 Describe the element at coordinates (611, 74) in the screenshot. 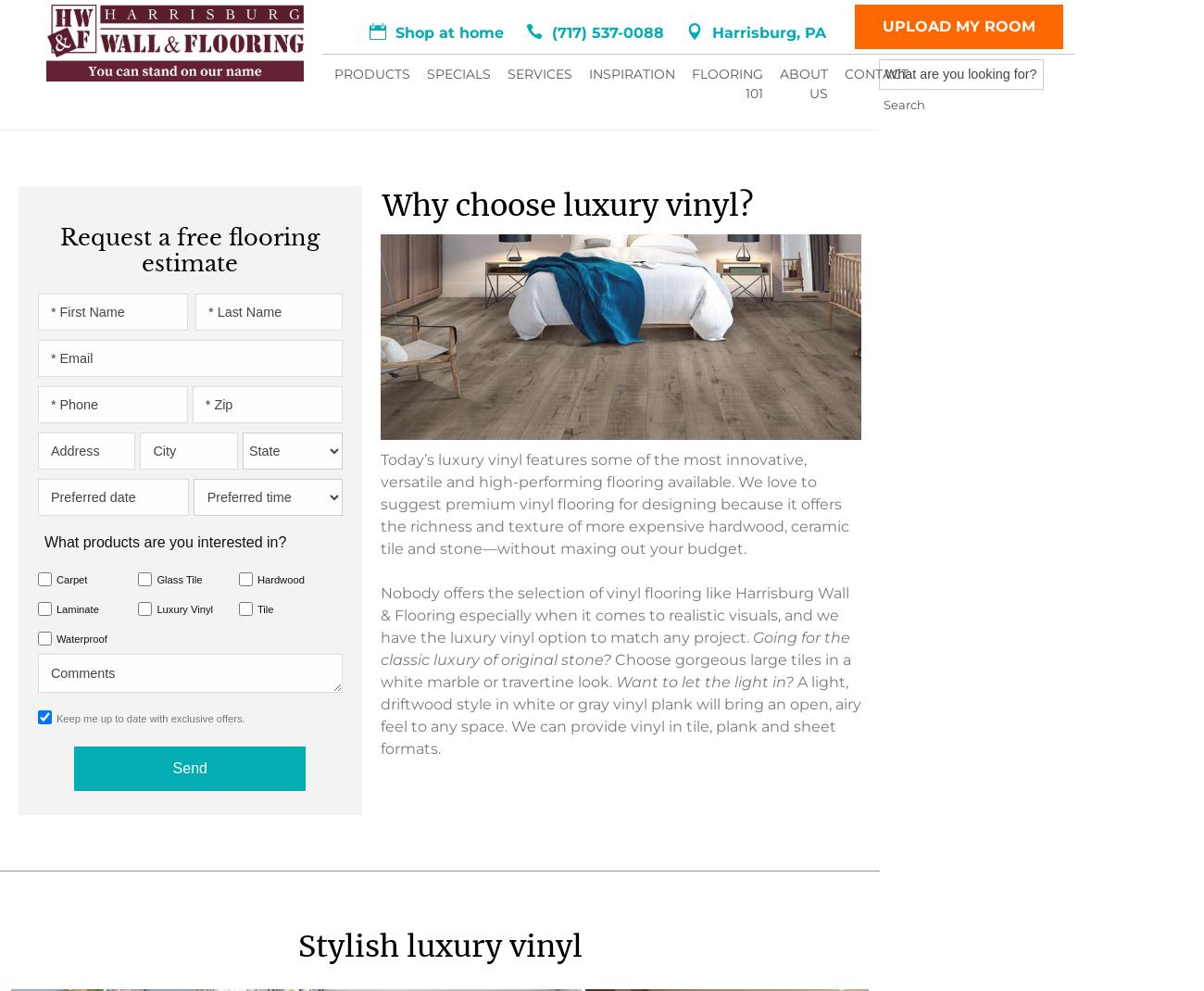

I see `'Harrisburg, PA'` at that location.